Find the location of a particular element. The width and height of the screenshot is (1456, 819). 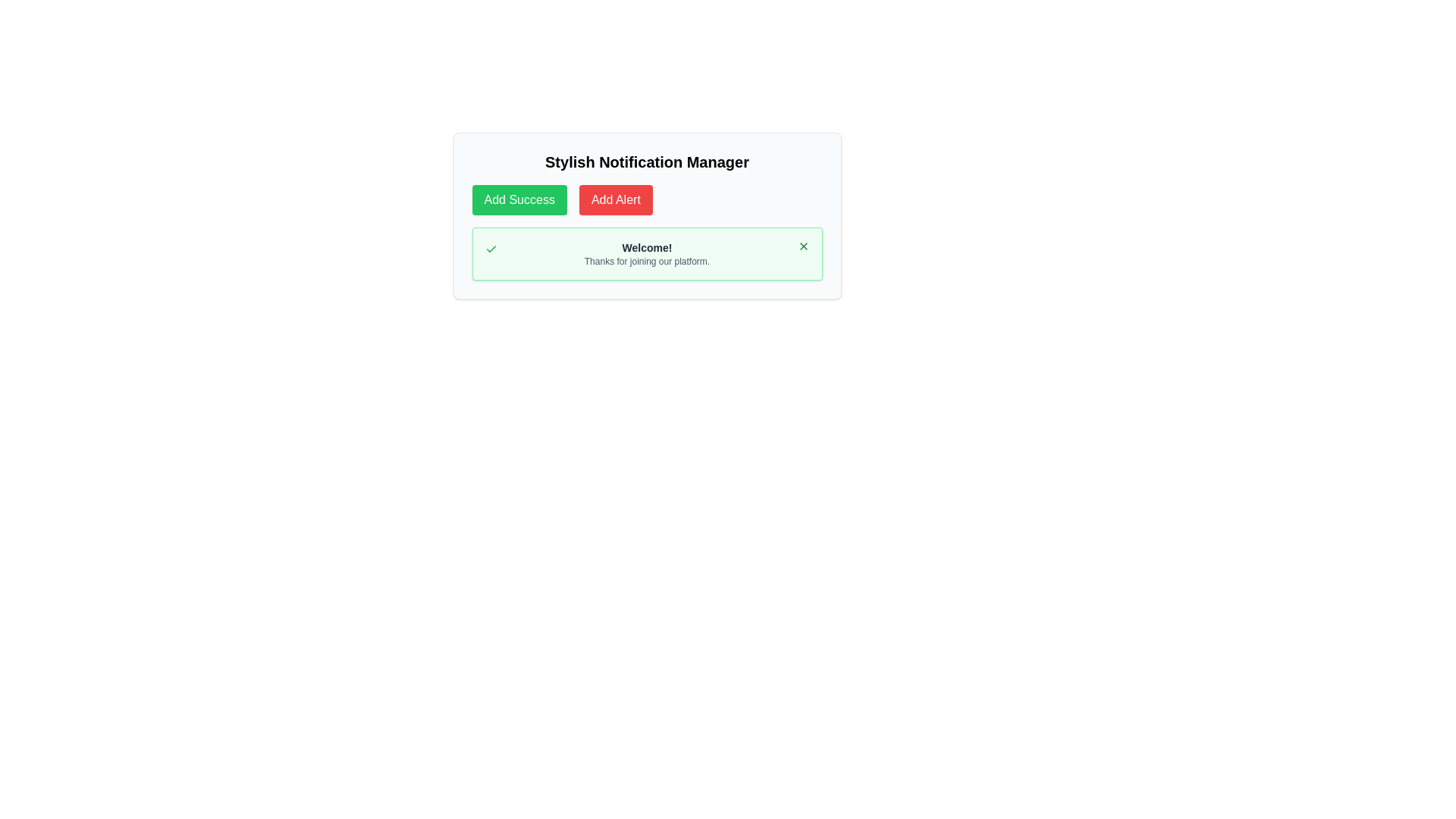

the 'X' button located at the far right corner of the green-bordered notification box is located at coordinates (802, 245).